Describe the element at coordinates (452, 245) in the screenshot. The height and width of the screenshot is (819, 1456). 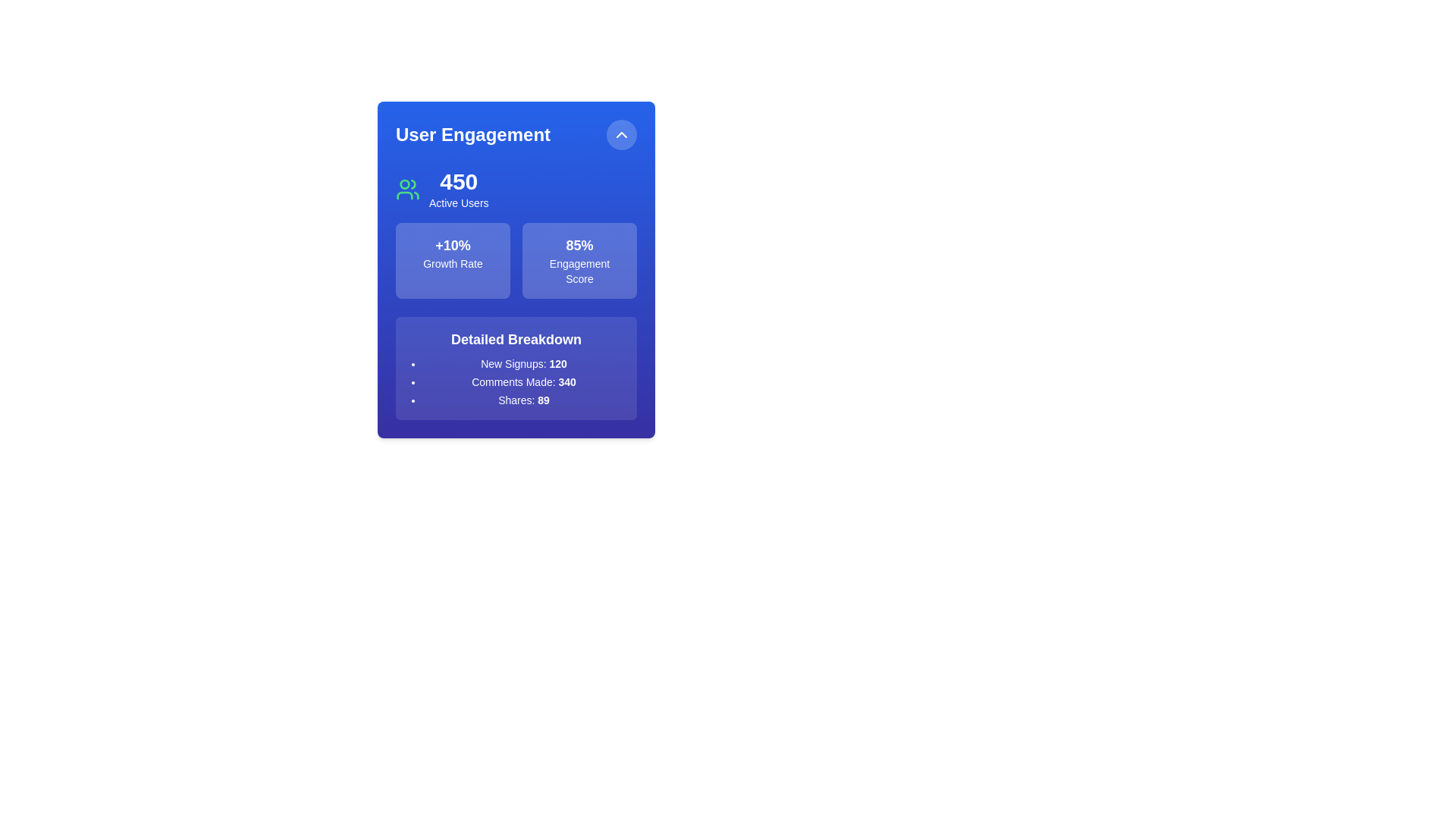
I see `the static informational text displaying '+10%' in bold white font on a light blue background, located in the middle-left section of the UI` at that location.